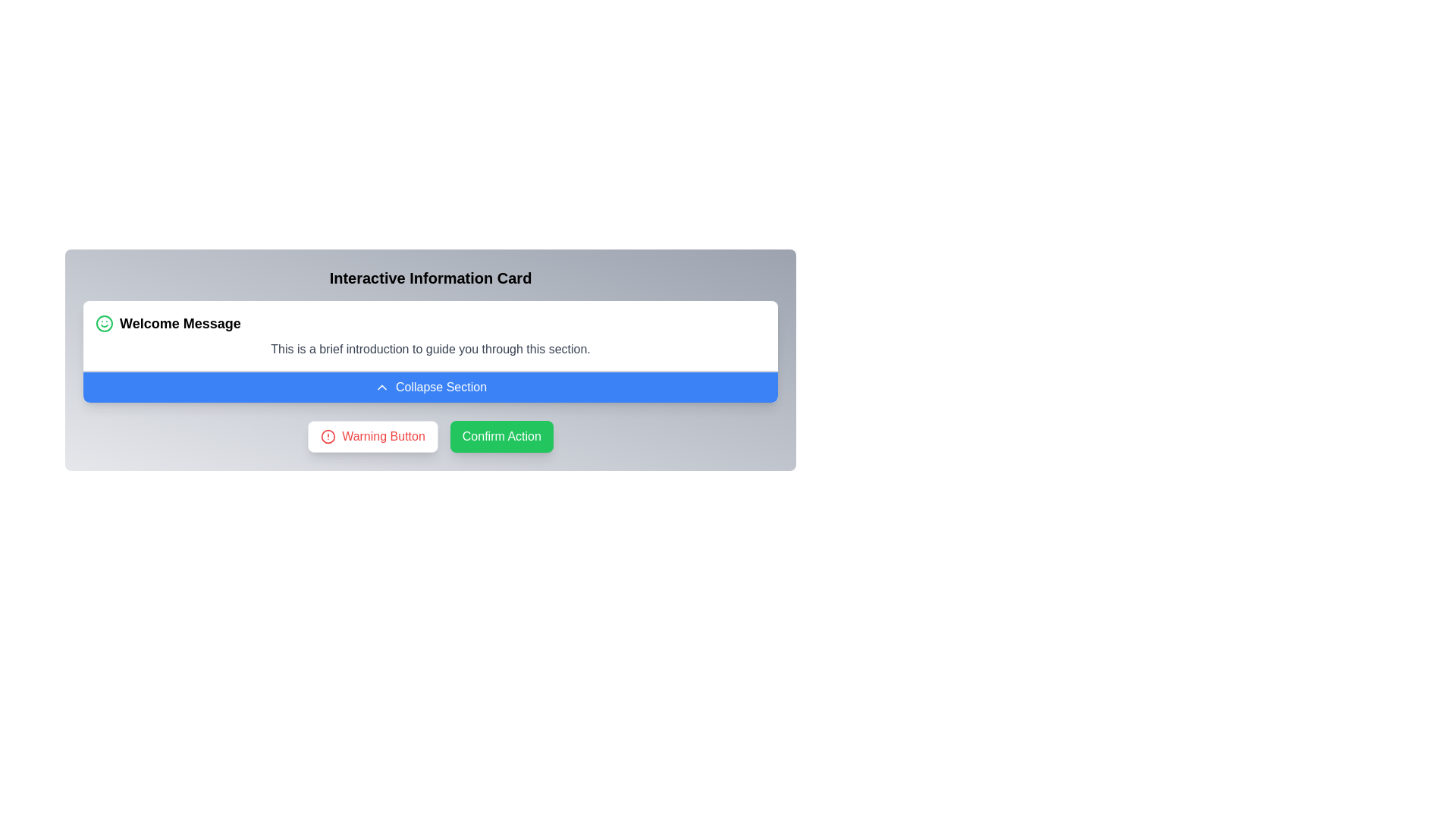 This screenshot has height=819, width=1456. I want to click on the 'Warning Button' which has a white background, red text, a red border, rounded corners, and a warning icon next to the text, so click(372, 436).